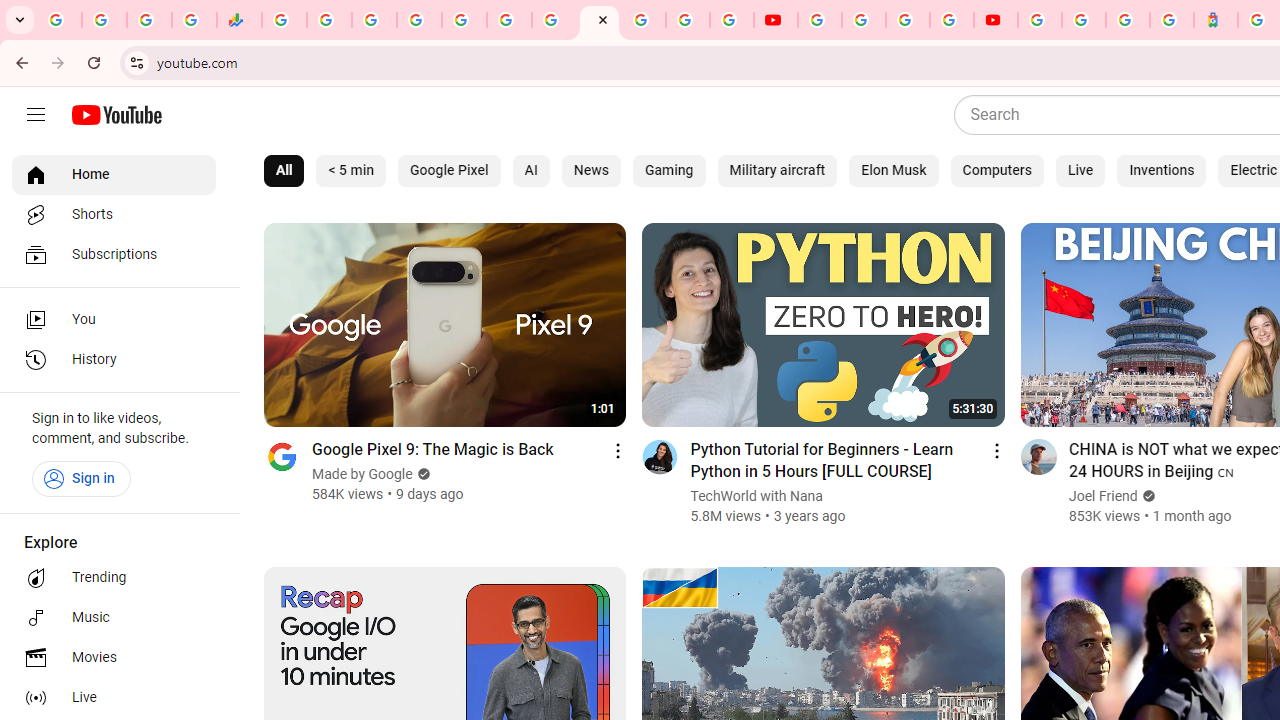  What do you see at coordinates (997, 170) in the screenshot?
I see `'Computers'` at bounding box center [997, 170].